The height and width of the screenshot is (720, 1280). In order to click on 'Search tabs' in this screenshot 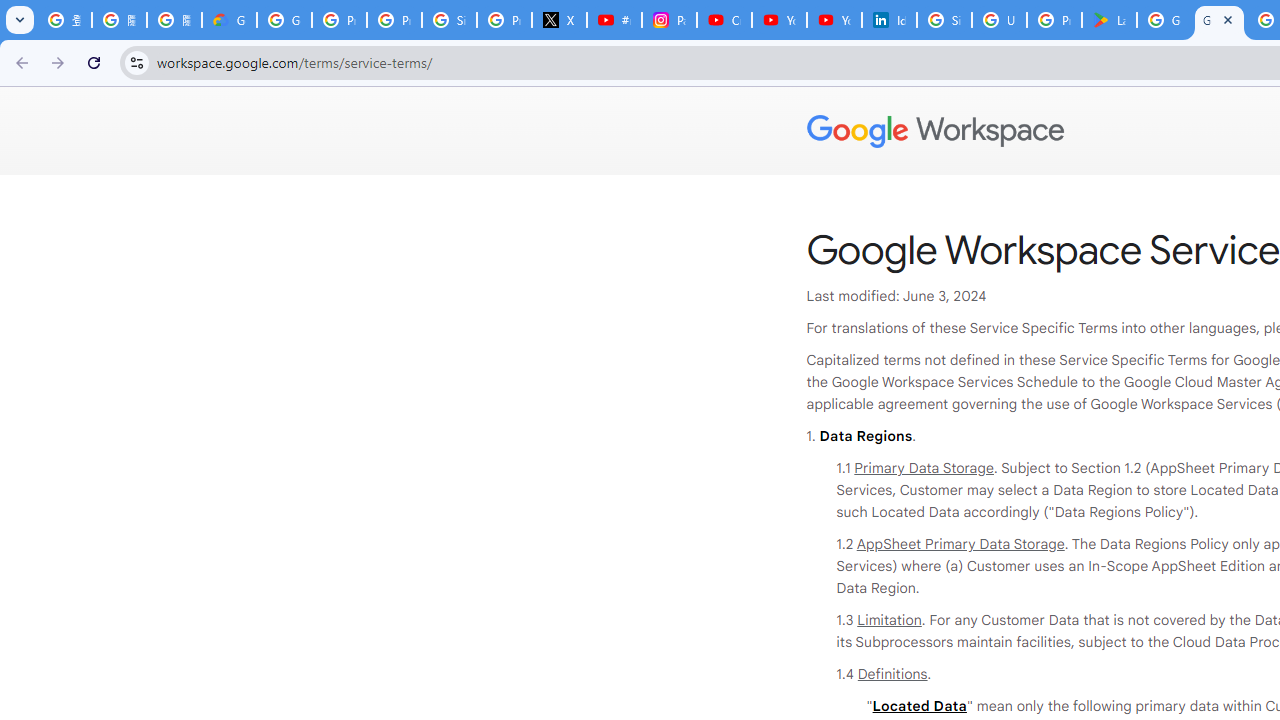, I will do `click(20, 20)`.